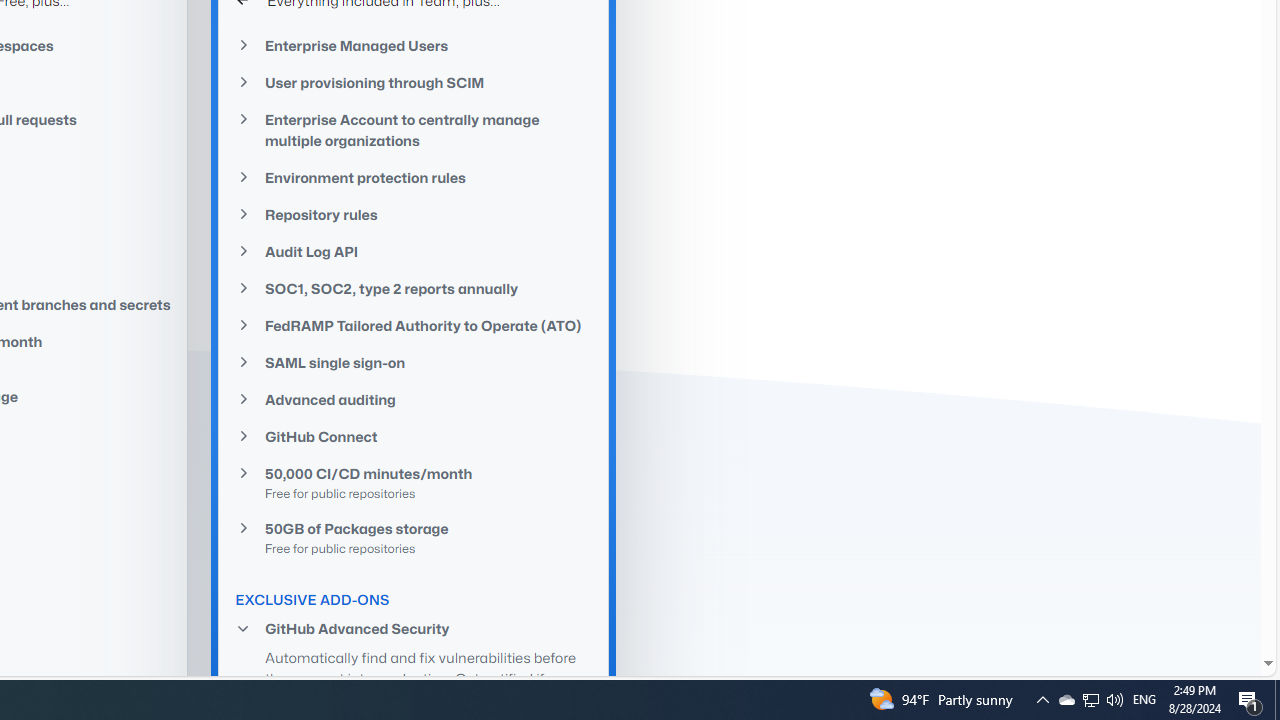 The height and width of the screenshot is (720, 1280). What do you see at coordinates (413, 435) in the screenshot?
I see `'GitHub Connect'` at bounding box center [413, 435].